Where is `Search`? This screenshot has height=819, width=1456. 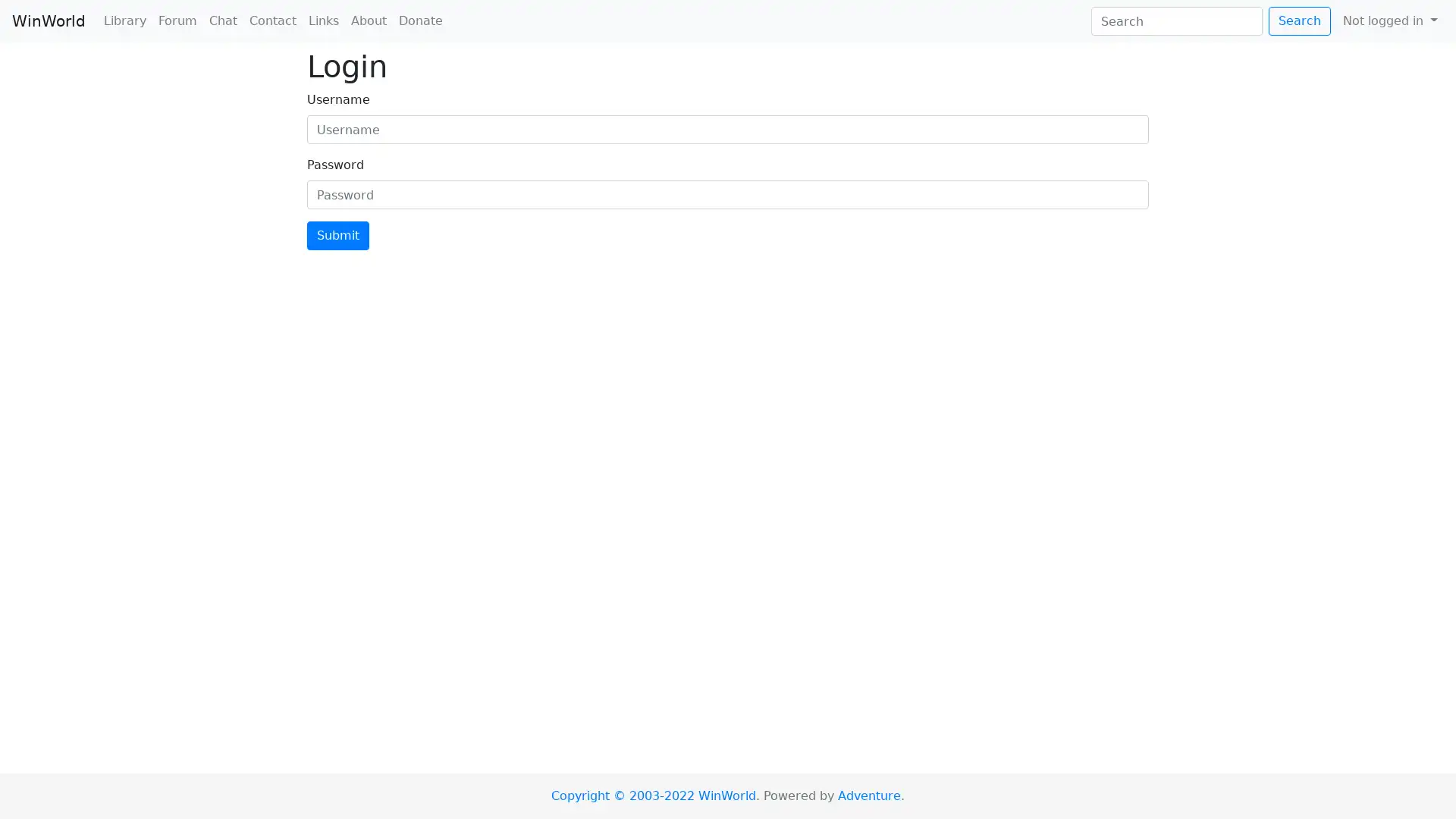
Search is located at coordinates (1298, 20).